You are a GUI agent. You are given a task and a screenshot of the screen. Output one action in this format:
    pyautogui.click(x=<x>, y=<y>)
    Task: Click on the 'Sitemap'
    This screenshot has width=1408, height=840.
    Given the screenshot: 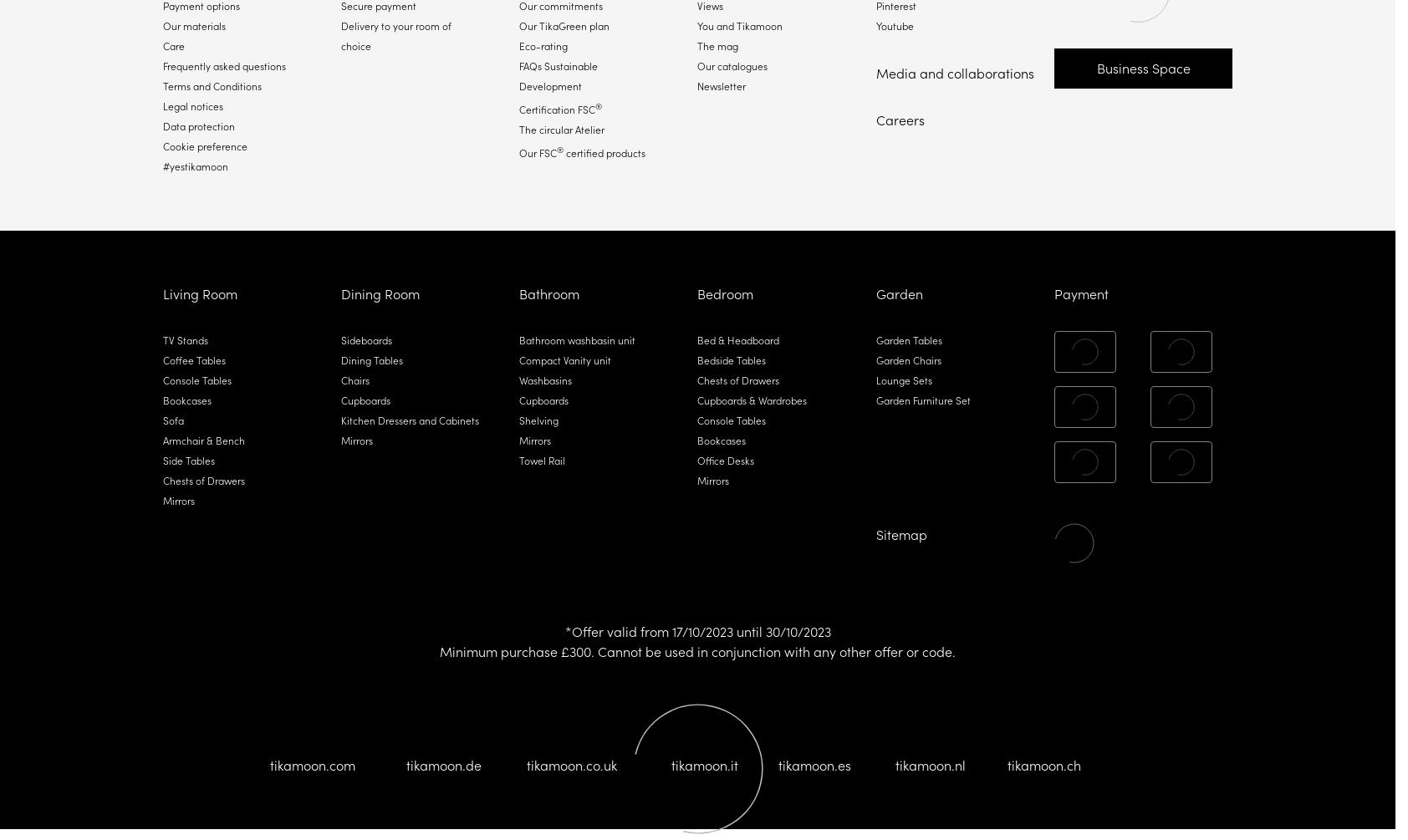 What is the action you would take?
    pyautogui.click(x=900, y=533)
    